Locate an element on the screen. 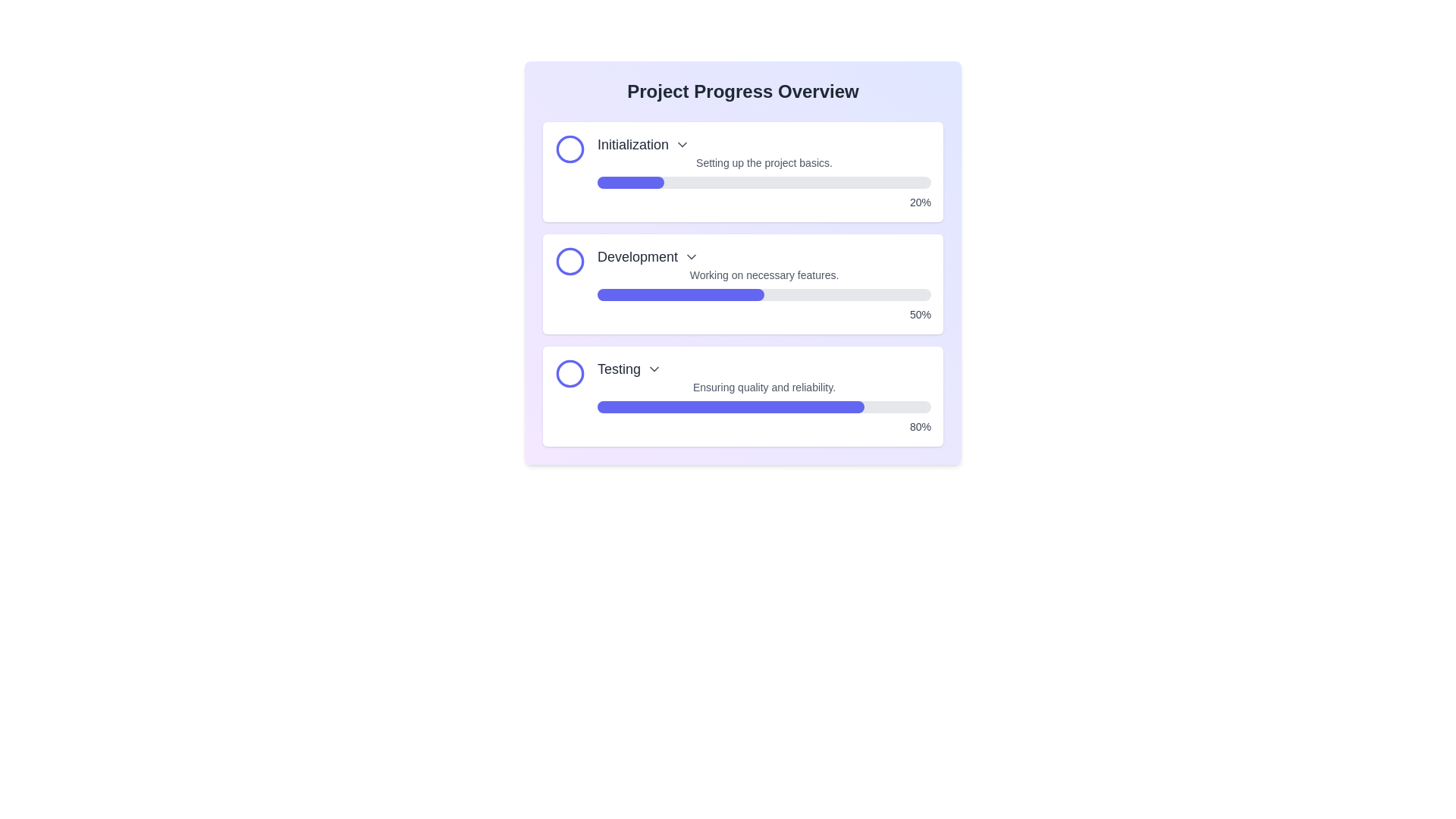 This screenshot has width=1456, height=819. the static text element that provides additional information about the 'Initialization' phase in the project progress tracker, located inside the first card of the vertical stack is located at coordinates (764, 163).